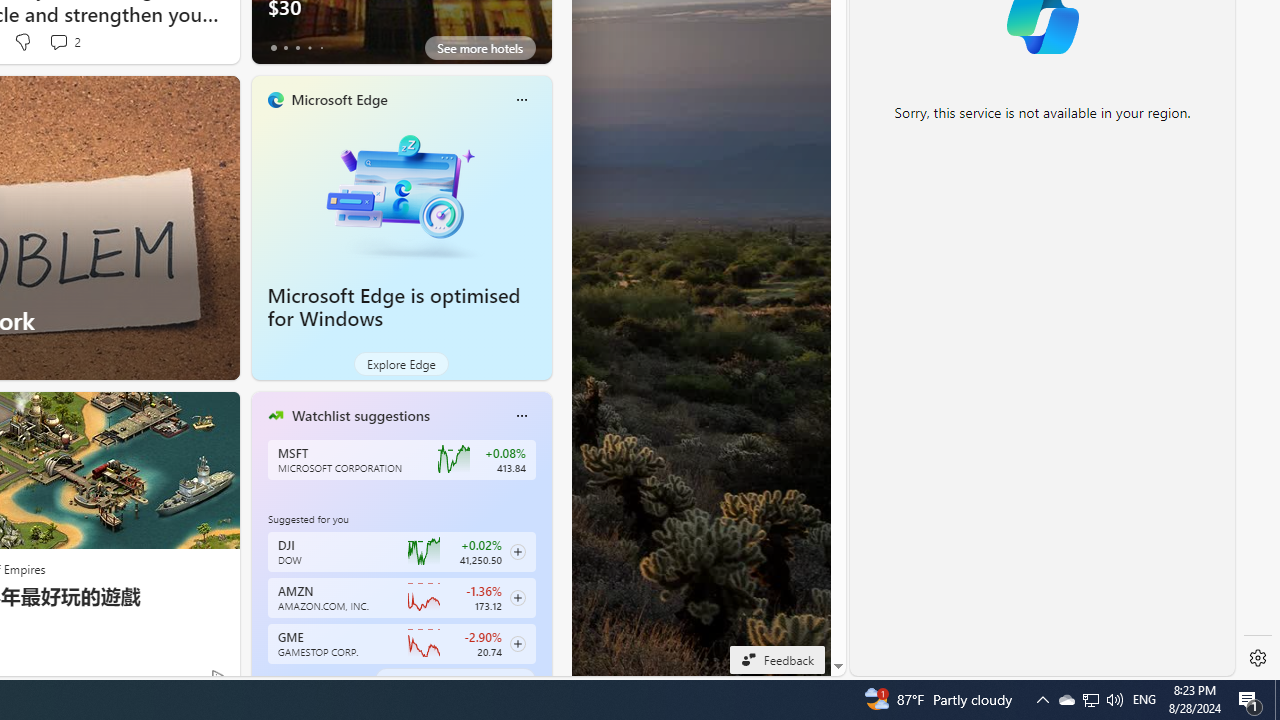  What do you see at coordinates (400, 363) in the screenshot?
I see `'Explore Edge'` at bounding box center [400, 363].